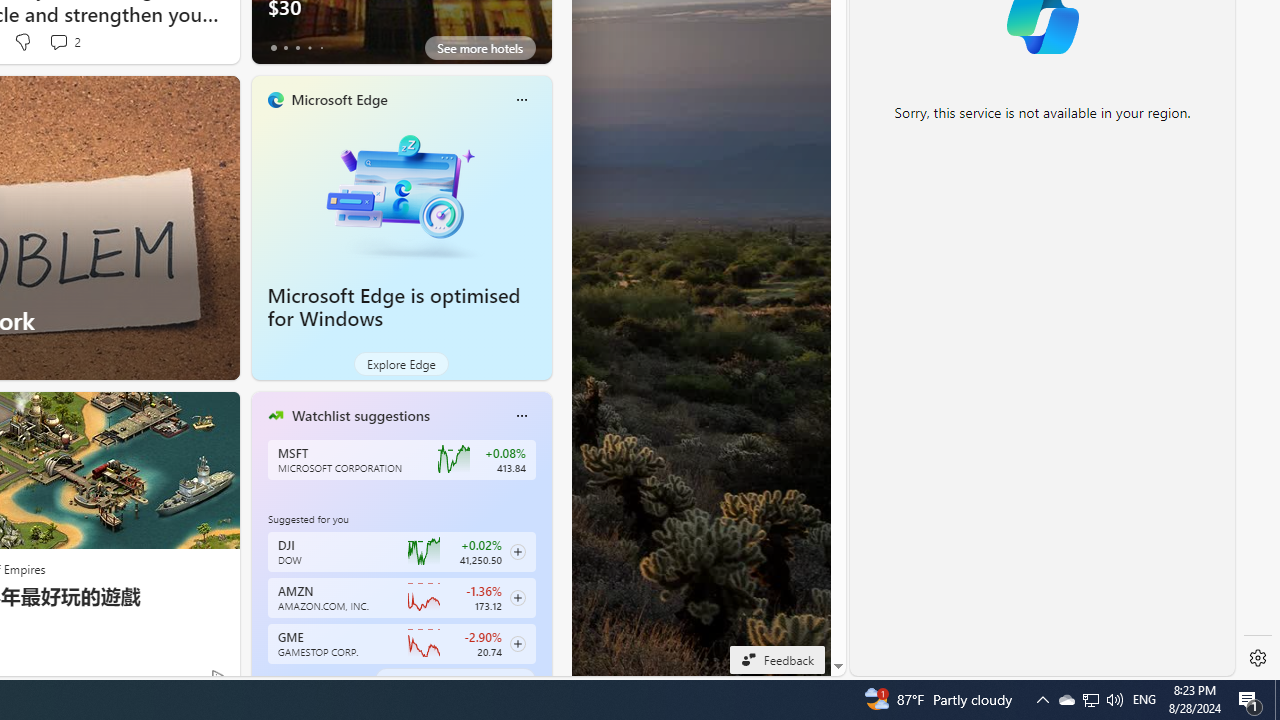  What do you see at coordinates (400, 363) in the screenshot?
I see `'Explore Edge'` at bounding box center [400, 363].